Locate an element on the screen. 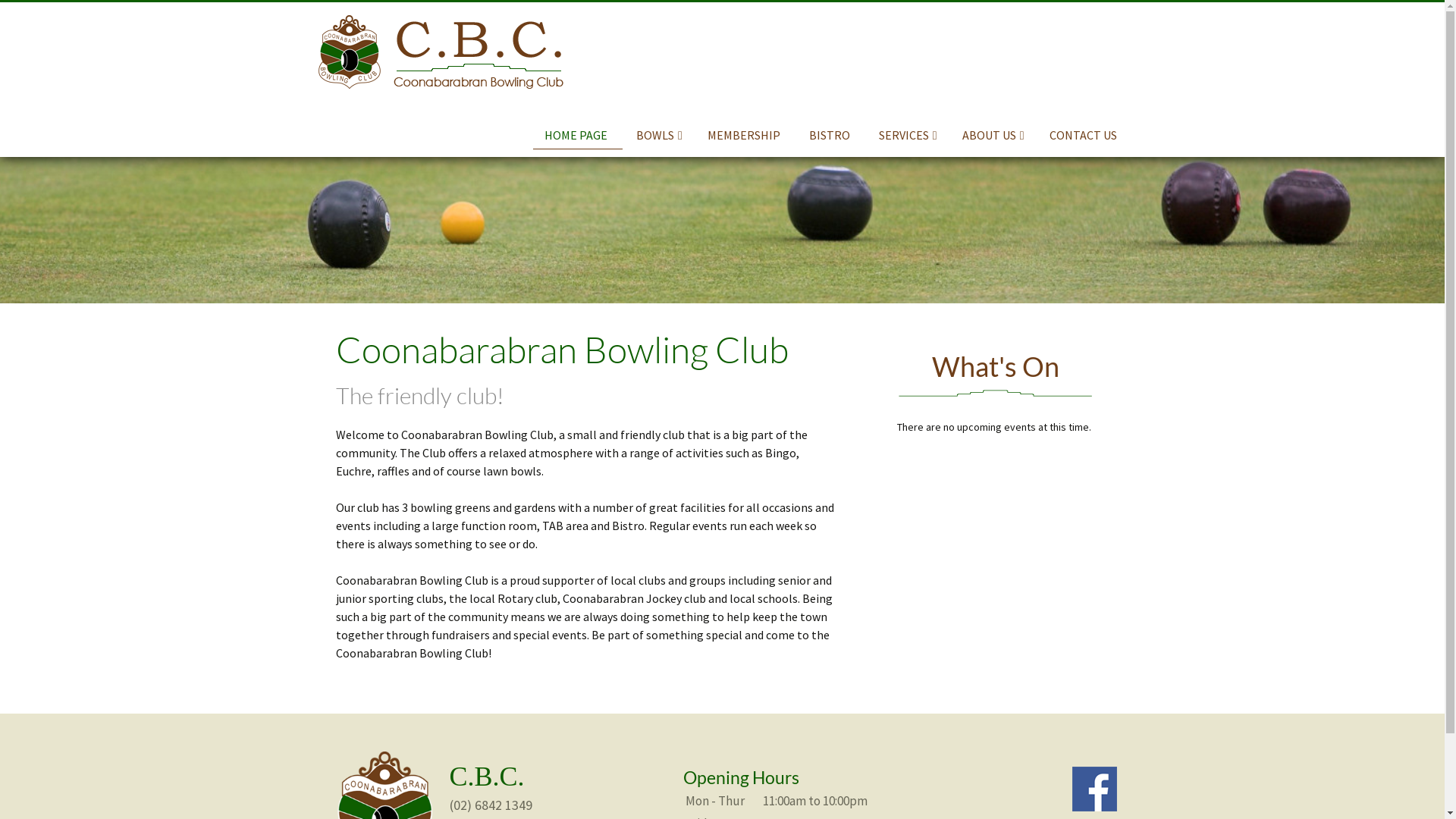 The height and width of the screenshot is (819, 1456). 'BOWLS' is located at coordinates (659, 133).